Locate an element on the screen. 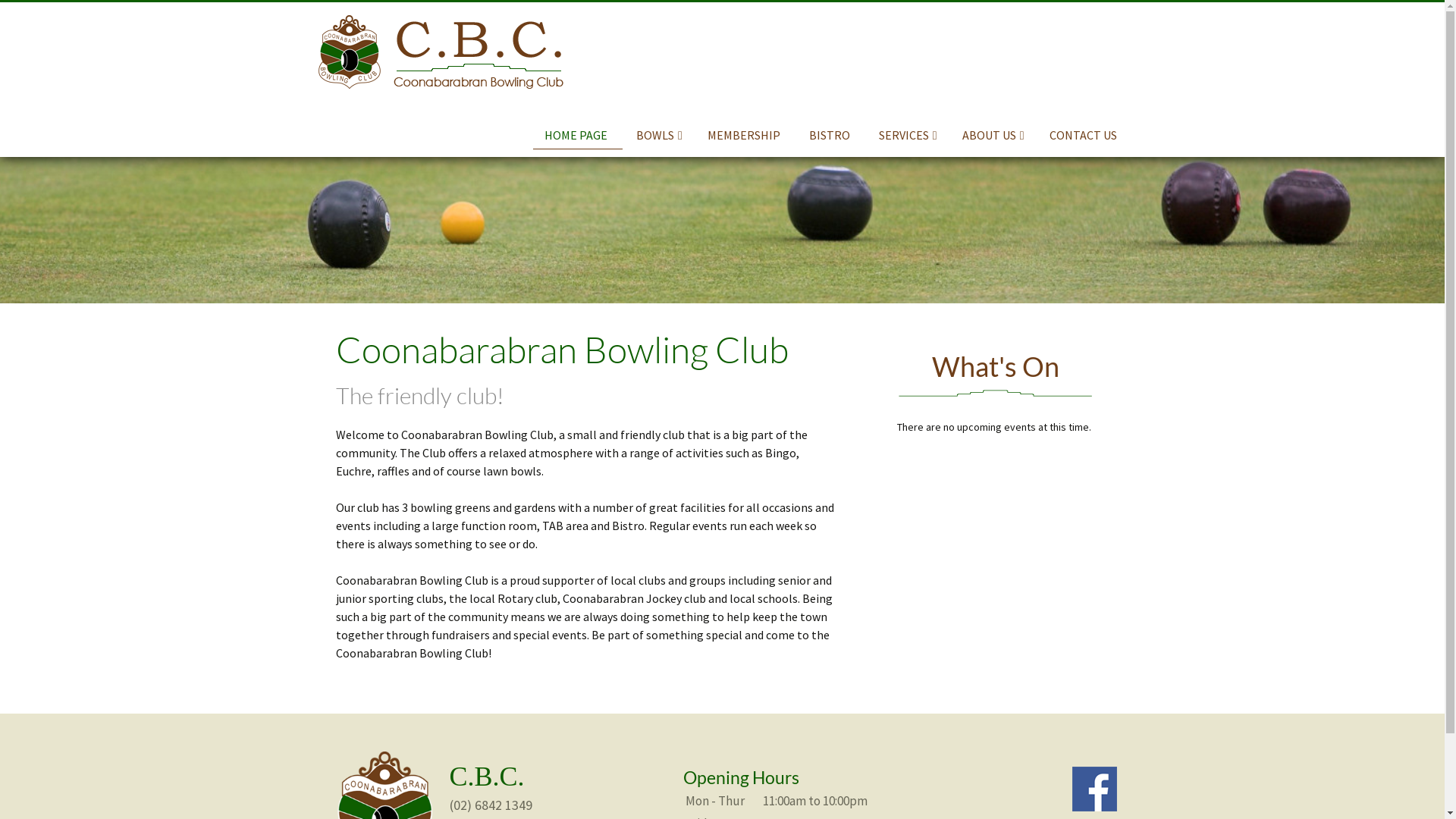 The height and width of the screenshot is (819, 1456). 'BOWLS' is located at coordinates (659, 133).